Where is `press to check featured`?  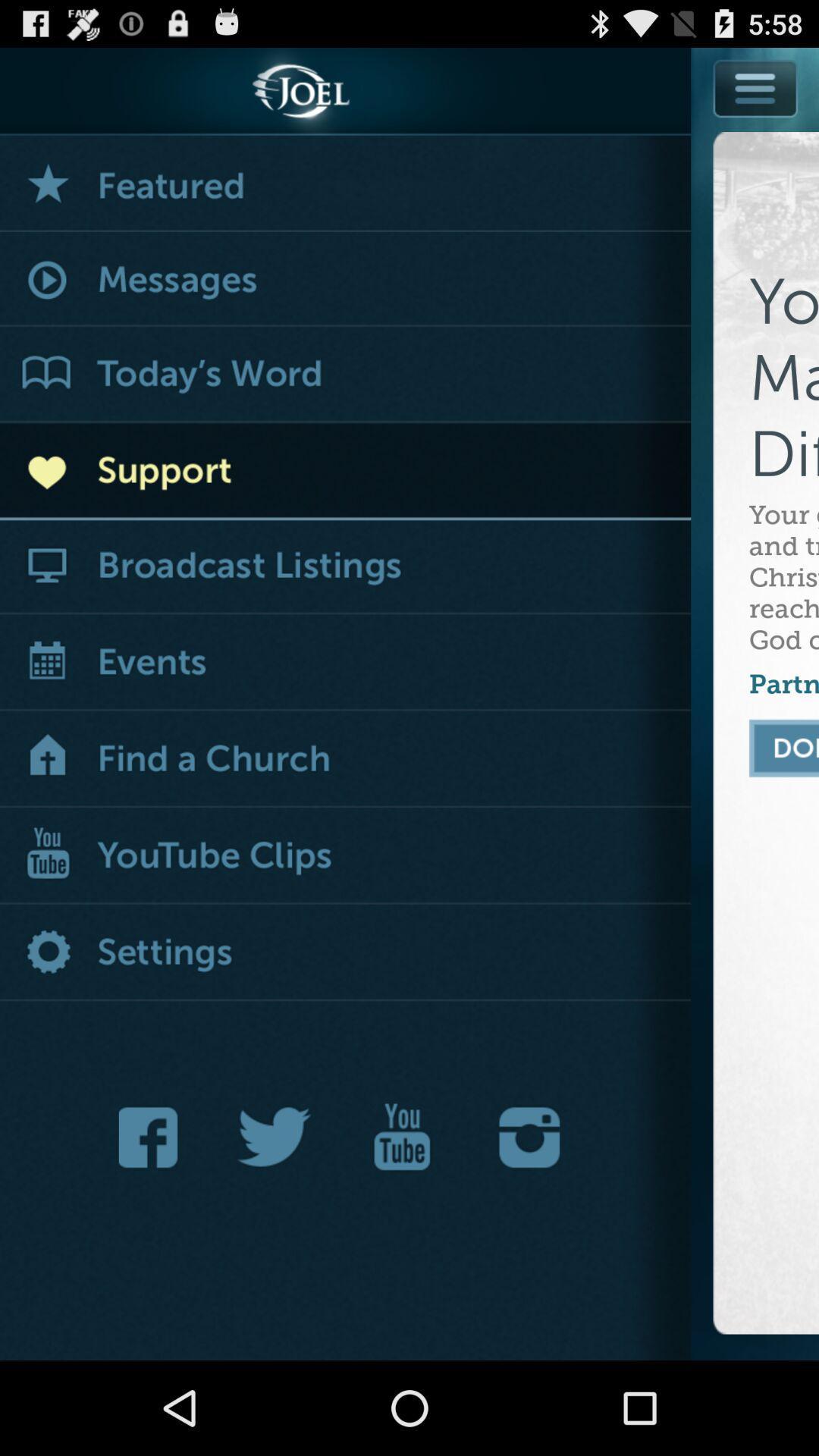 press to check featured is located at coordinates (345, 183).